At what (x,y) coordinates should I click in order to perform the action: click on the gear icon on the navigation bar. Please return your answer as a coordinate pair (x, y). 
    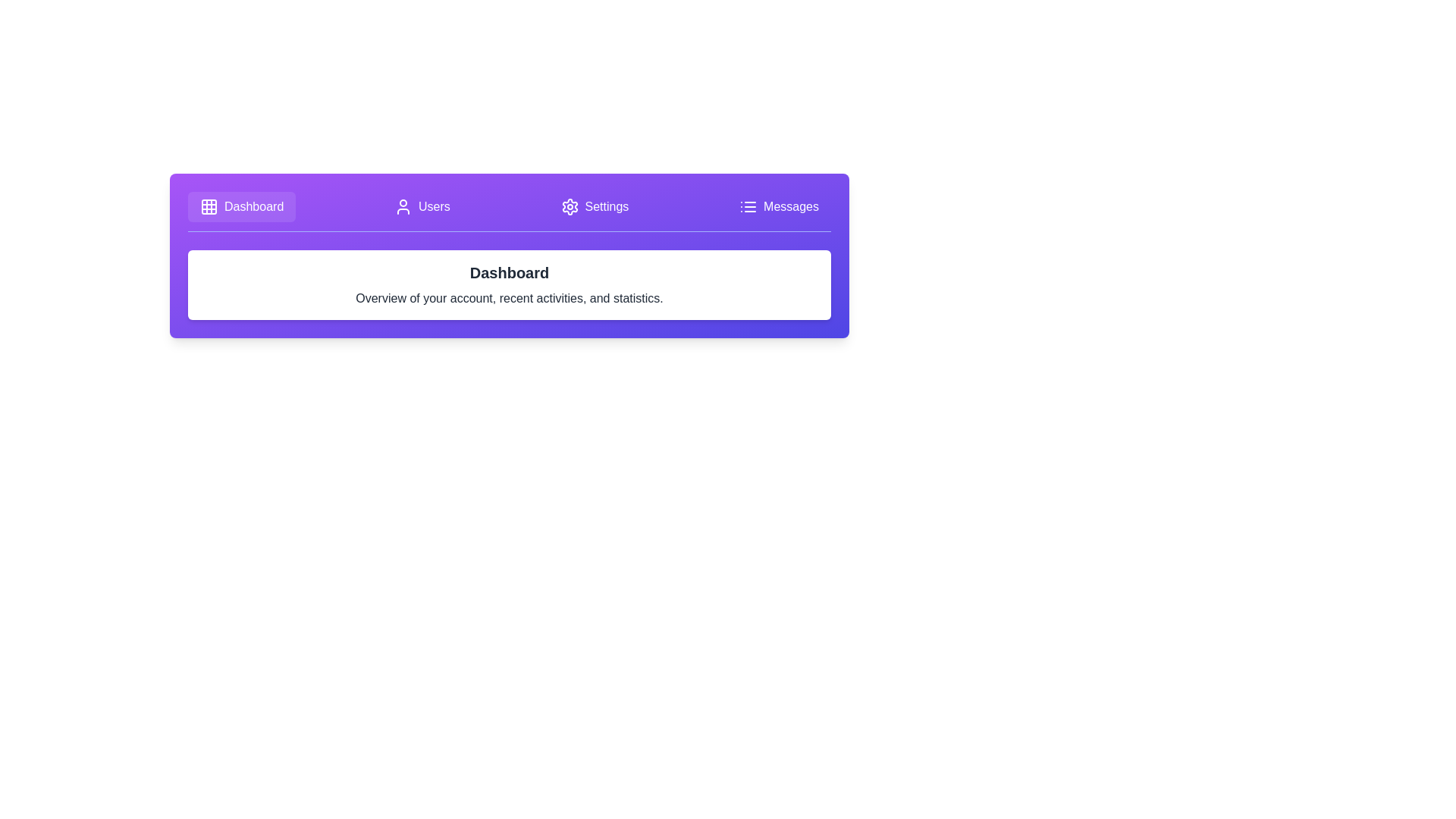
    Looking at the image, I should click on (569, 207).